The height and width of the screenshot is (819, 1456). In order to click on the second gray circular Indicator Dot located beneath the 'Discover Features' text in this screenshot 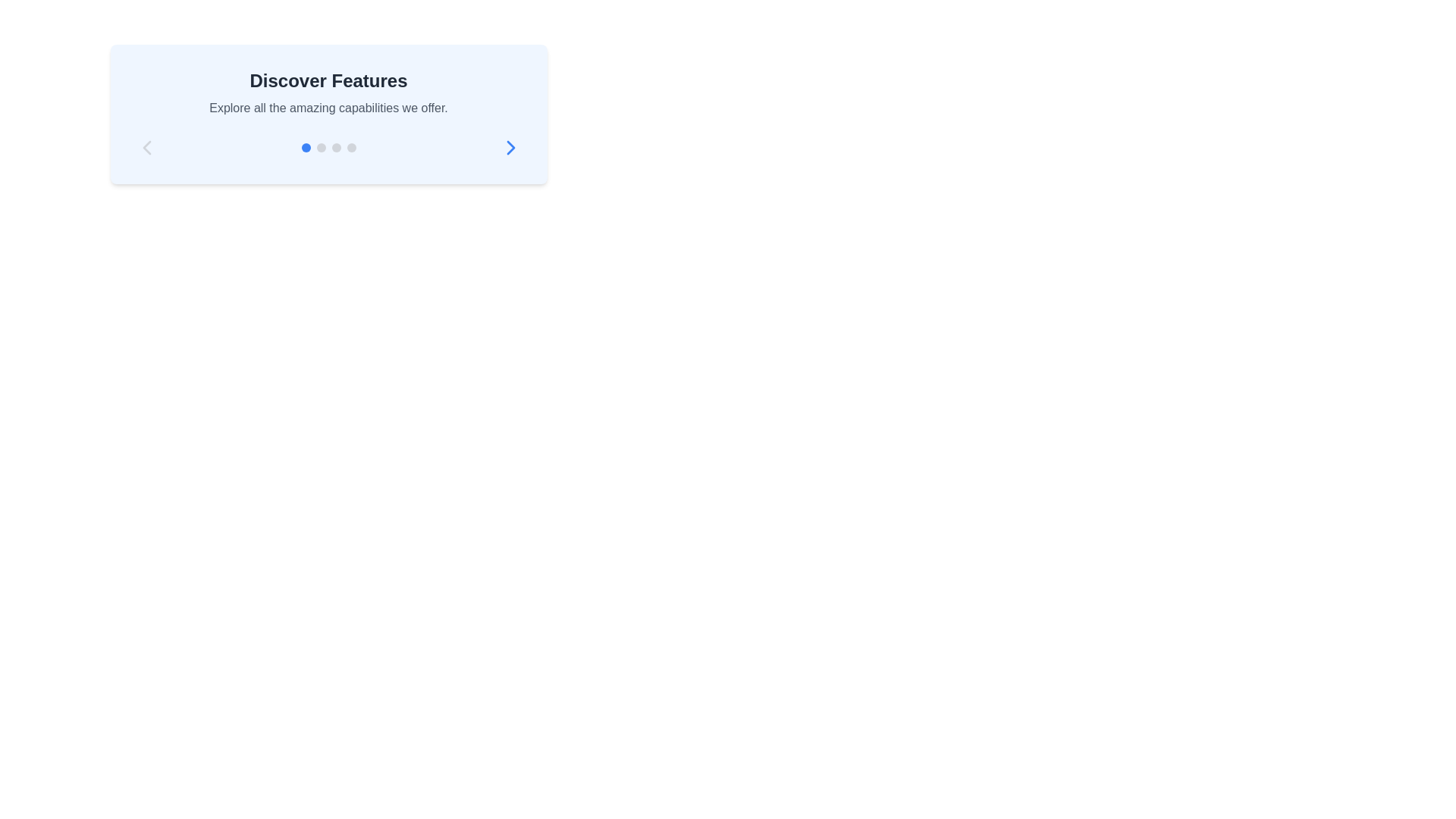, I will do `click(320, 148)`.